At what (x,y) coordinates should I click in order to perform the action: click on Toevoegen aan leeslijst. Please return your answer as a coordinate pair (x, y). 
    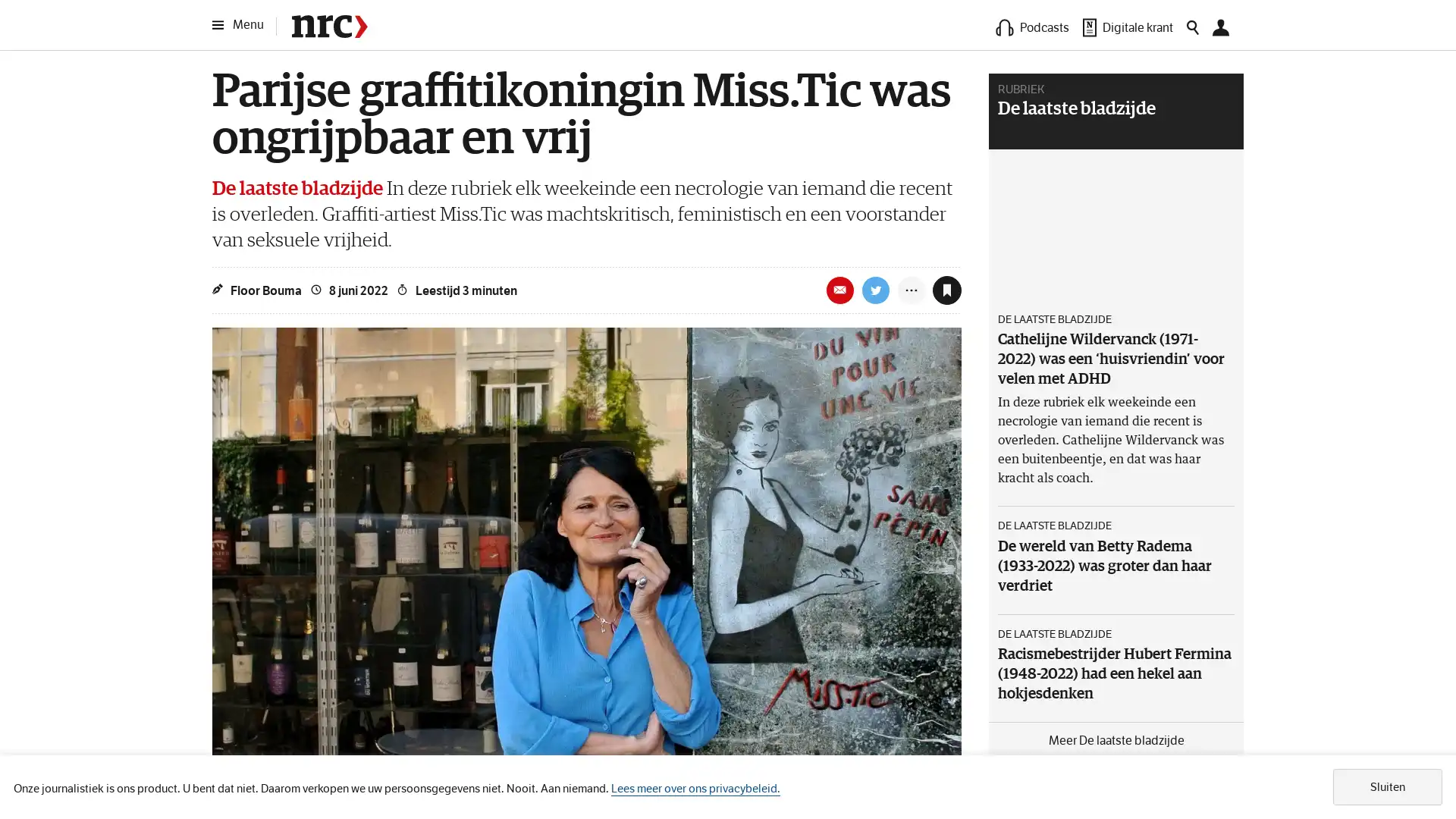
    Looking at the image, I should click on (946, 290).